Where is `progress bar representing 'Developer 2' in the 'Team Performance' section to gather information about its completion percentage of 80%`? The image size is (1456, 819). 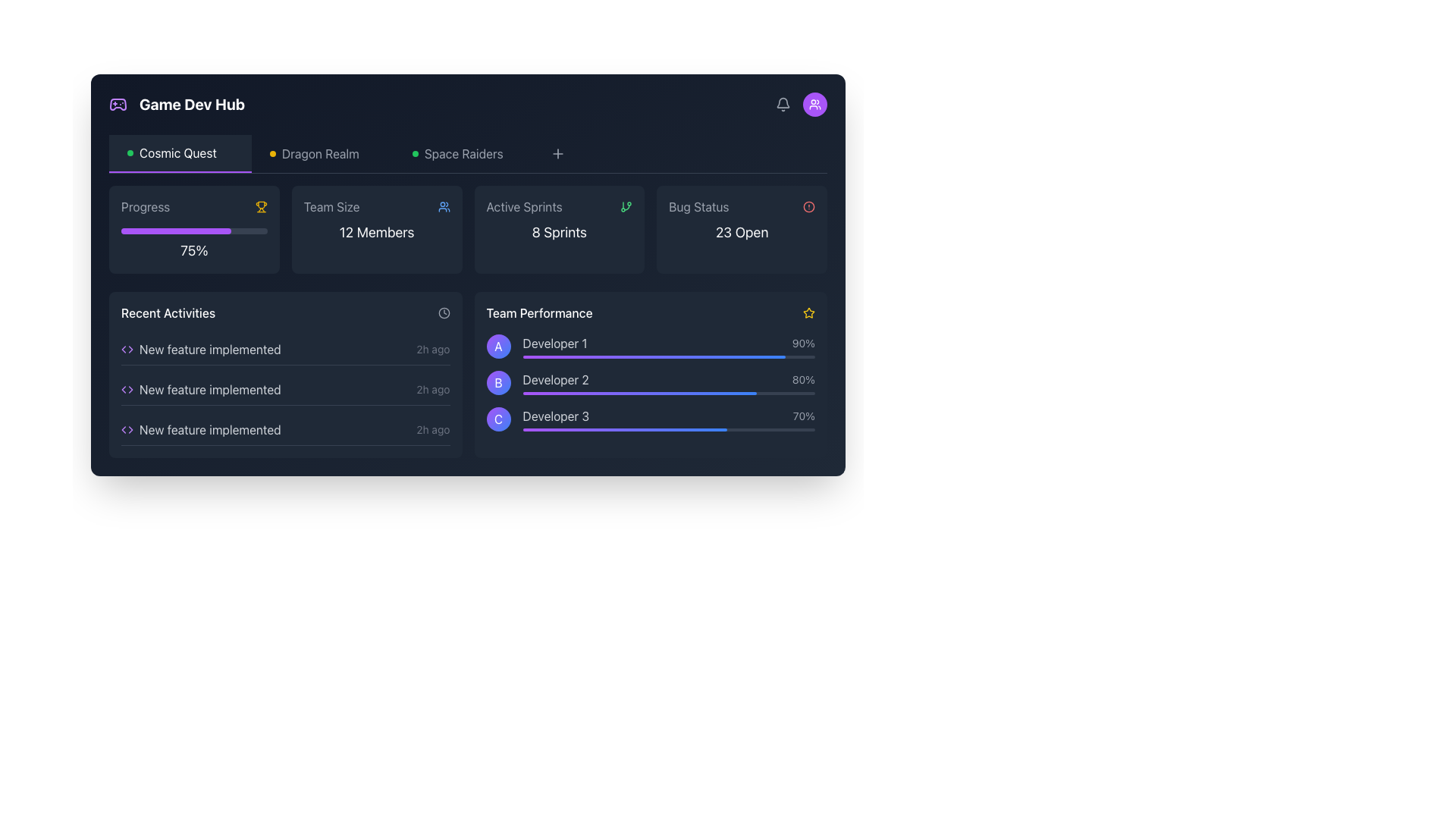 progress bar representing 'Developer 2' in the 'Team Performance' section to gather information about its completion percentage of 80% is located at coordinates (639, 393).